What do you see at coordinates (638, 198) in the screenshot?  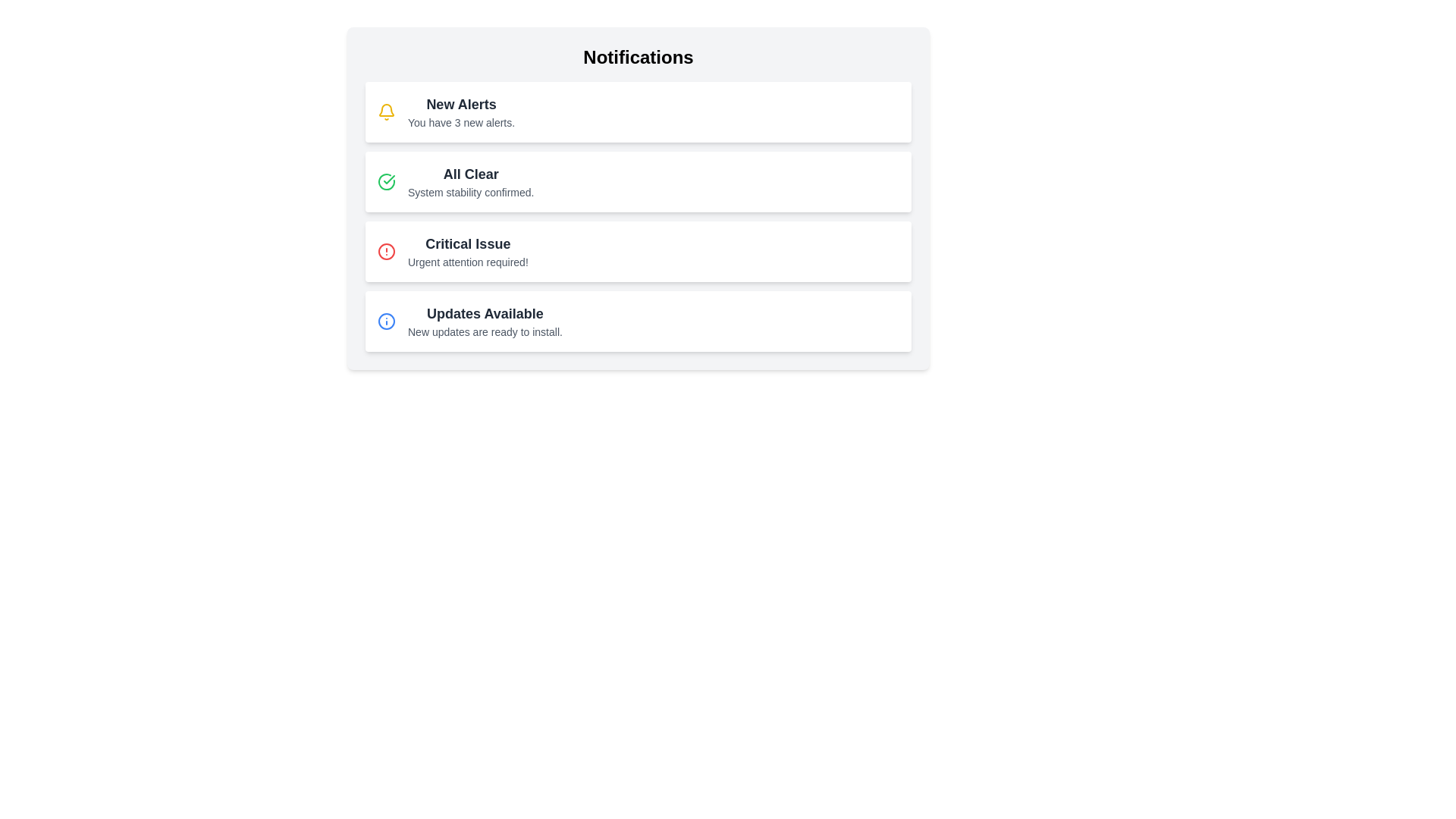 I see `the second Informational card in the notifications list, which indicates system stability, positioned below 'New Alerts' and above 'Critical Issue'` at bounding box center [638, 198].